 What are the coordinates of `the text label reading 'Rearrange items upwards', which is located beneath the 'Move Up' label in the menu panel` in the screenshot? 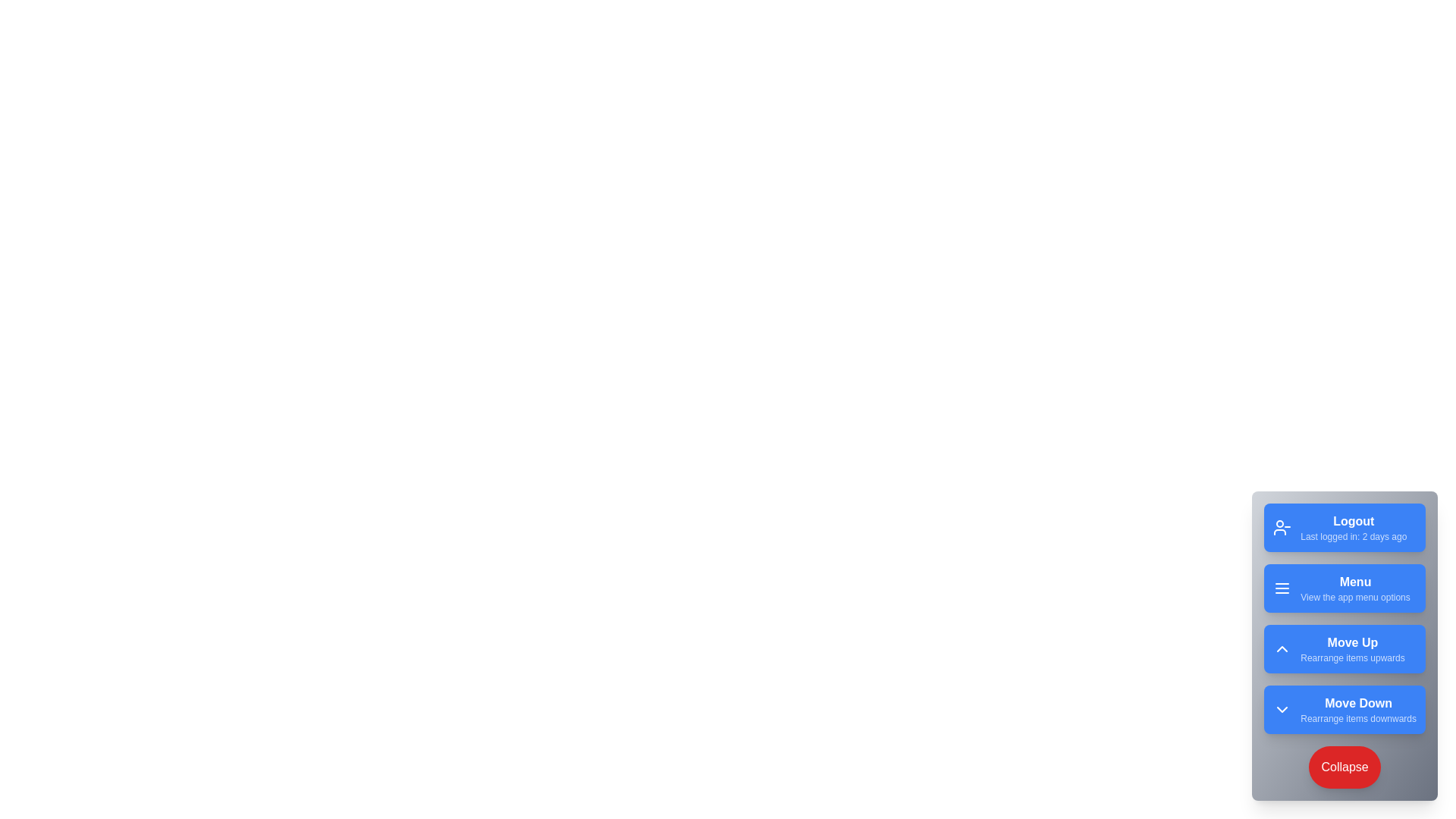 It's located at (1352, 657).